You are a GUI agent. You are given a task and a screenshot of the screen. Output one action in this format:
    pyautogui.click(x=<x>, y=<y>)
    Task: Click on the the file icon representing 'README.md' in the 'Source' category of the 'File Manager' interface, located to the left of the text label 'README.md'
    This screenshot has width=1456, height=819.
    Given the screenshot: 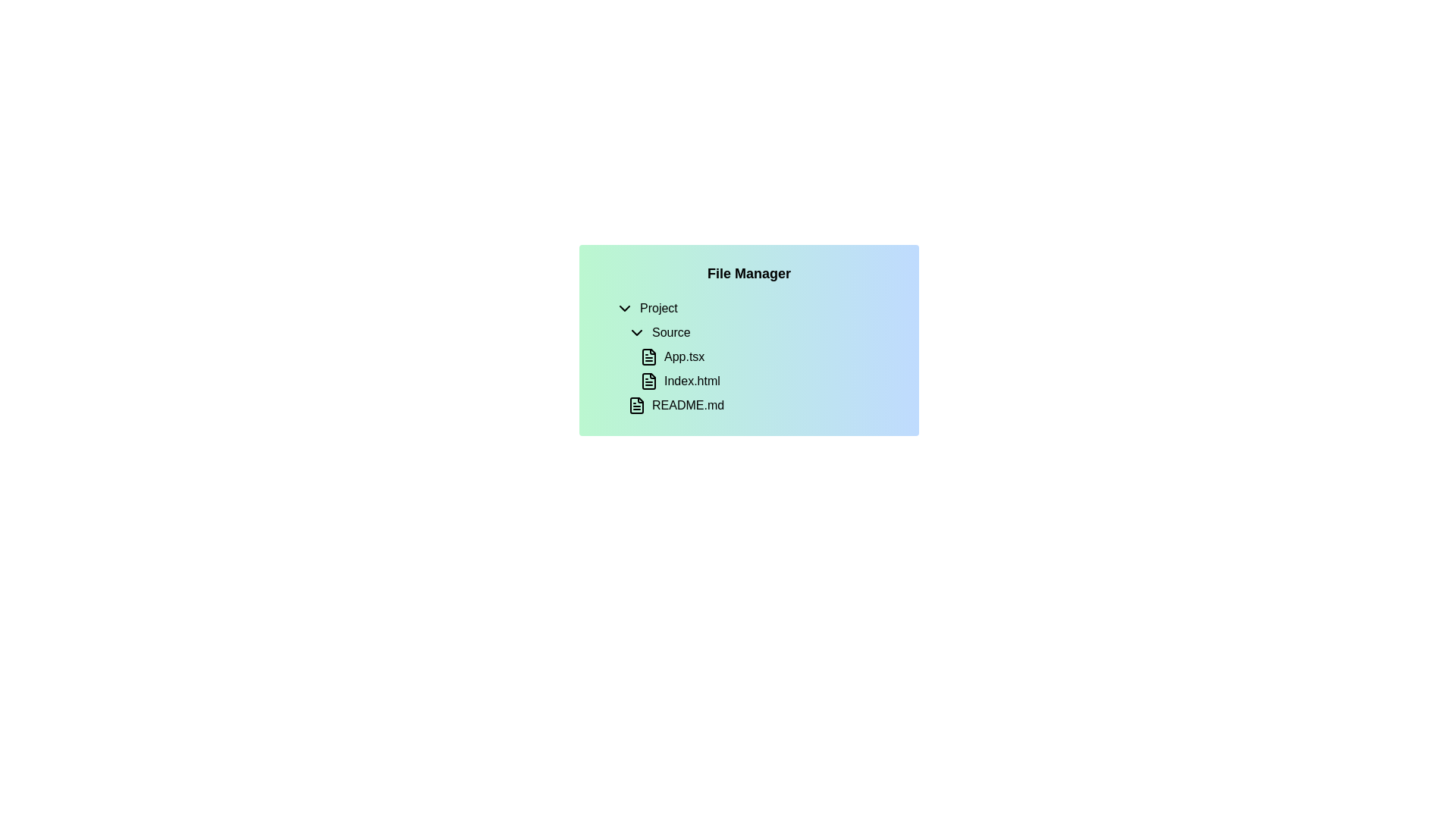 What is the action you would take?
    pyautogui.click(x=637, y=405)
    